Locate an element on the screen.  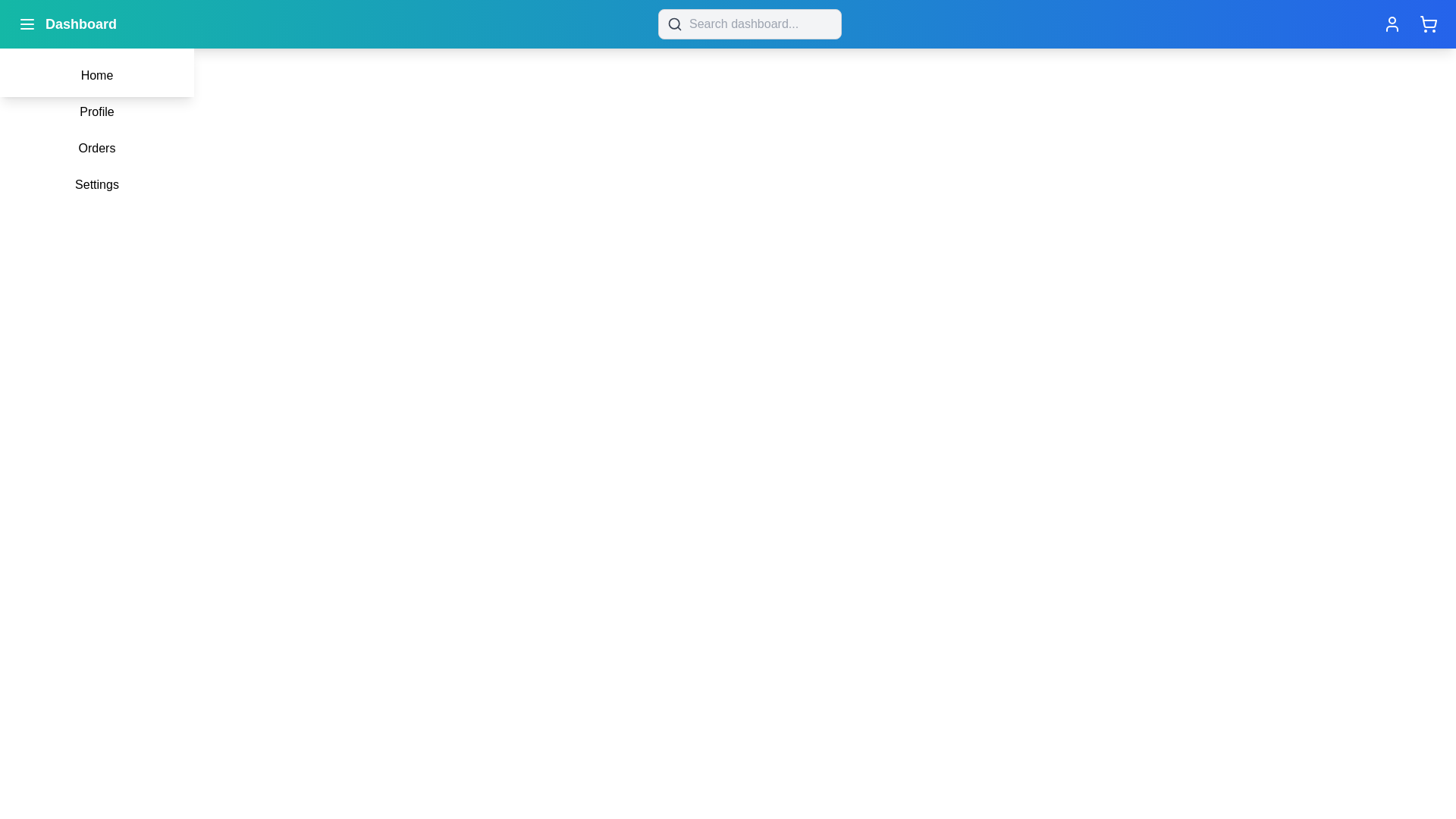
the dark gray decorative search icon styled as a magnifying glass located at the left side of the search input field in the top center of the interface is located at coordinates (674, 24).